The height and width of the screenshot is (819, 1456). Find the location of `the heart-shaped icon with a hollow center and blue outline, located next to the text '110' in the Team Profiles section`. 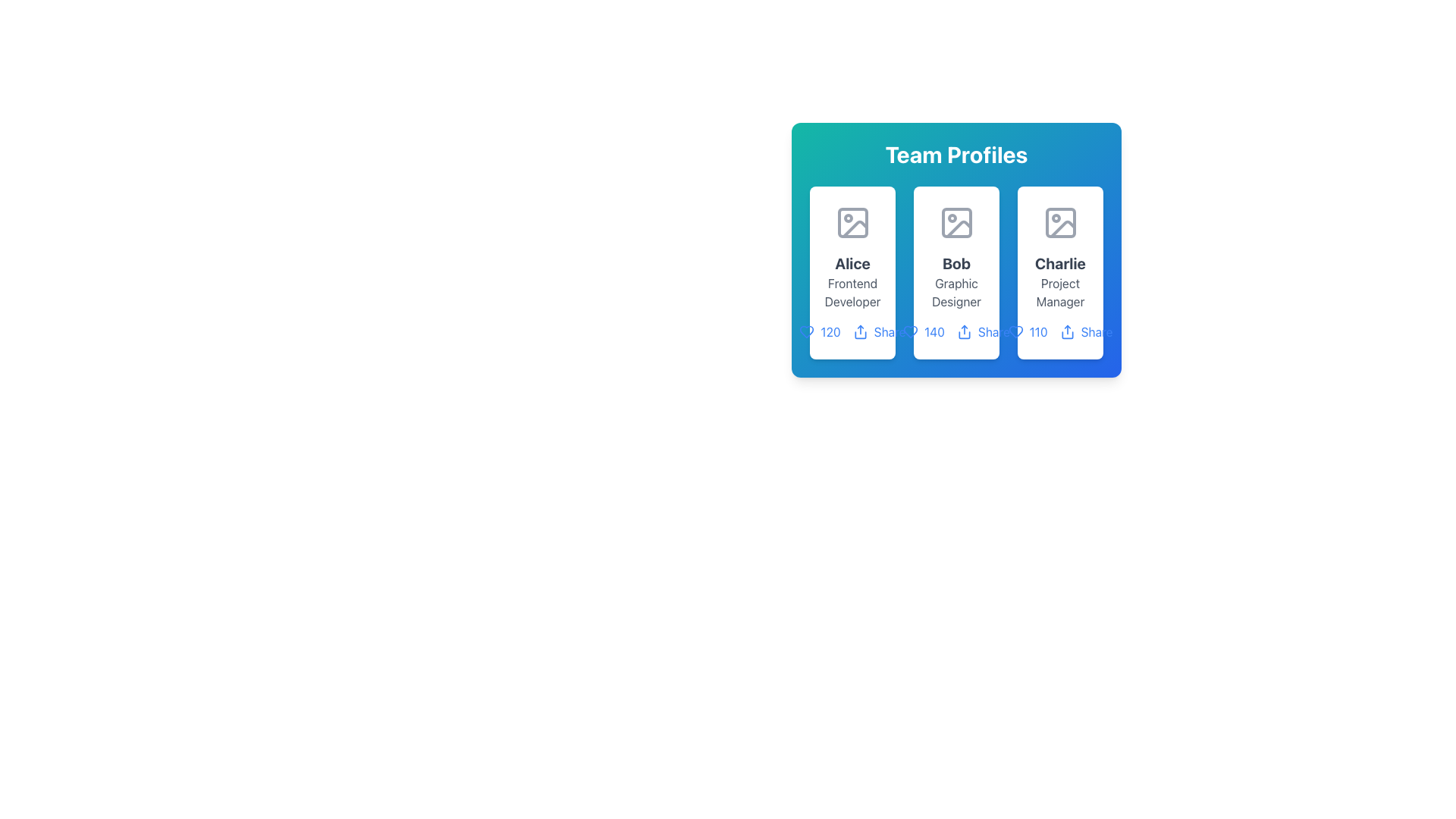

the heart-shaped icon with a hollow center and blue outline, located next to the text '110' in the Team Profiles section is located at coordinates (1015, 331).